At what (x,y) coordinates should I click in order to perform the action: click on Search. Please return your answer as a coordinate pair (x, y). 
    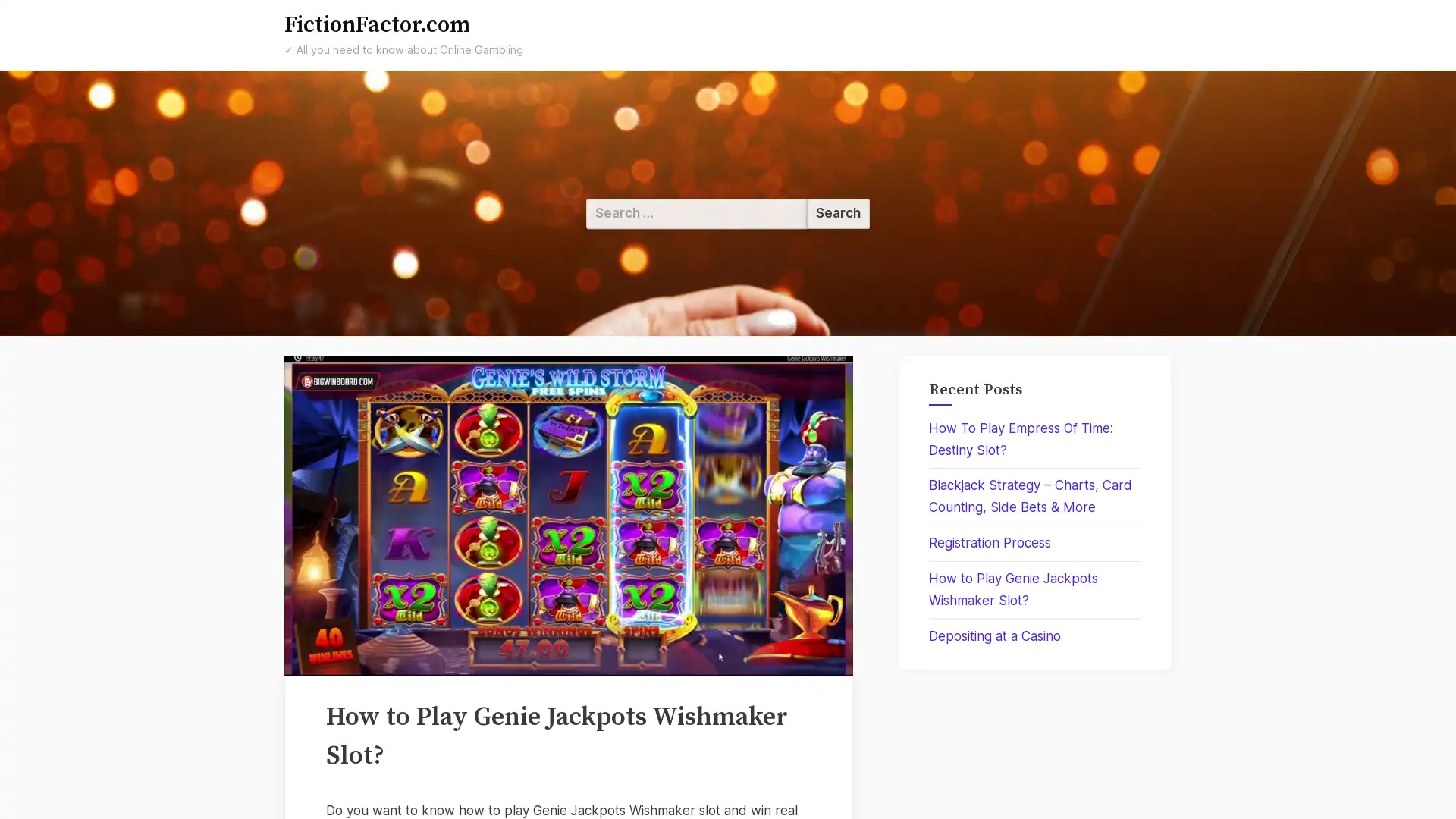
    Looking at the image, I should click on (837, 213).